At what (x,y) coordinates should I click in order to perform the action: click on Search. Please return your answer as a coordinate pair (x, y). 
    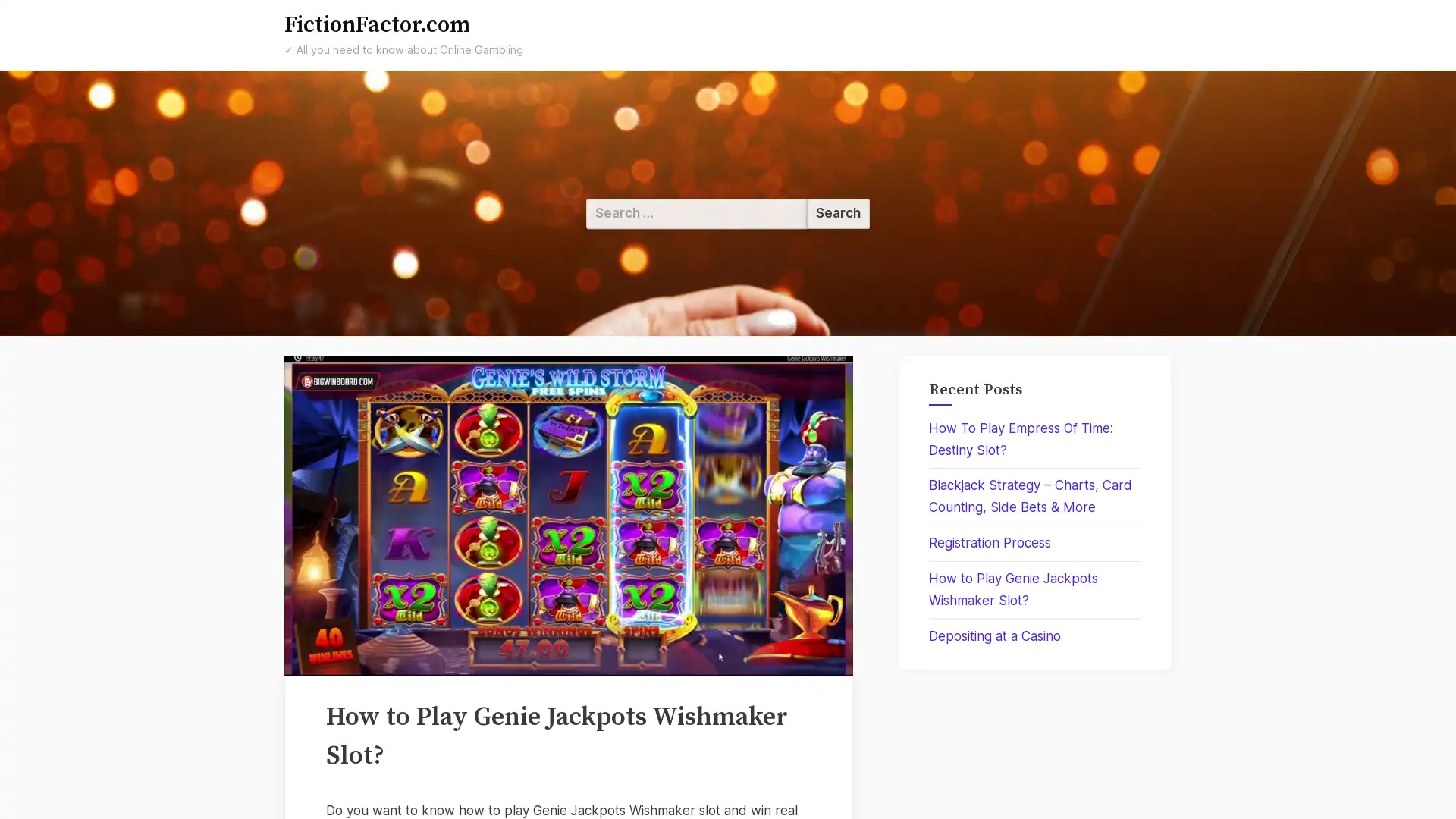
    Looking at the image, I should click on (837, 213).